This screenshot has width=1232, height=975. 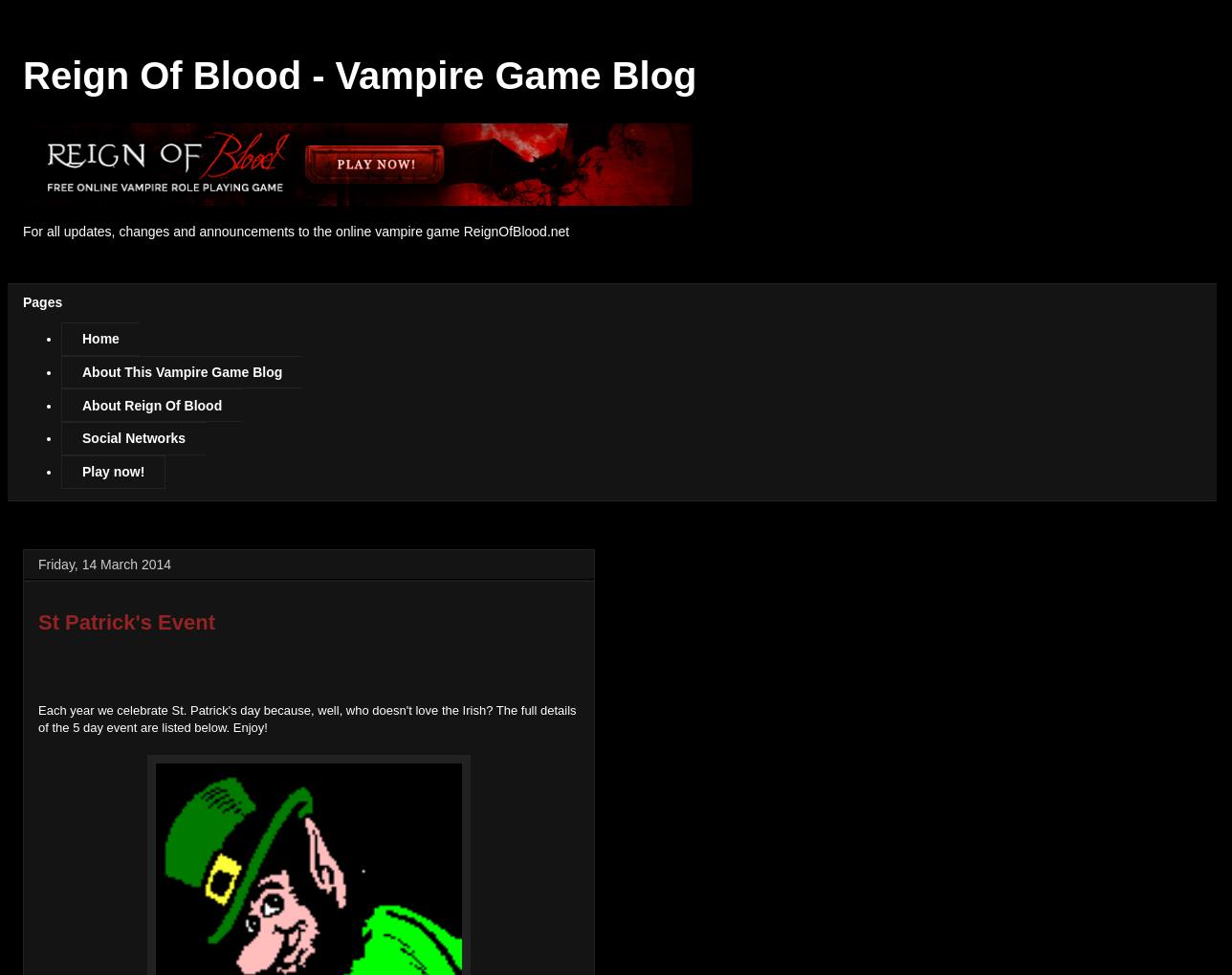 I want to click on 'About Reign Of Blood', so click(x=151, y=404).